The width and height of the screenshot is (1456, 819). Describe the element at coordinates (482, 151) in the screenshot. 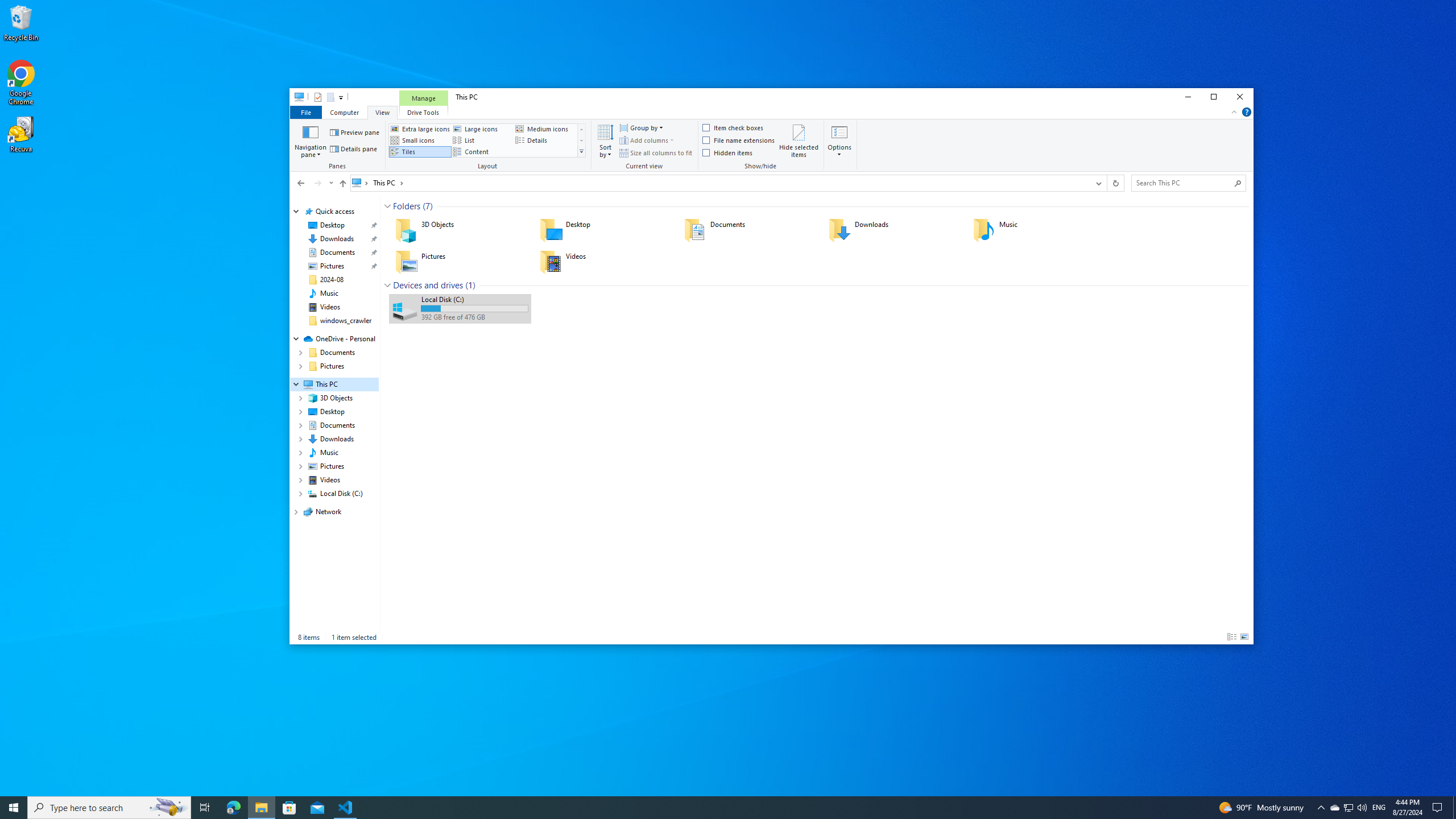

I see `'Content'` at that location.